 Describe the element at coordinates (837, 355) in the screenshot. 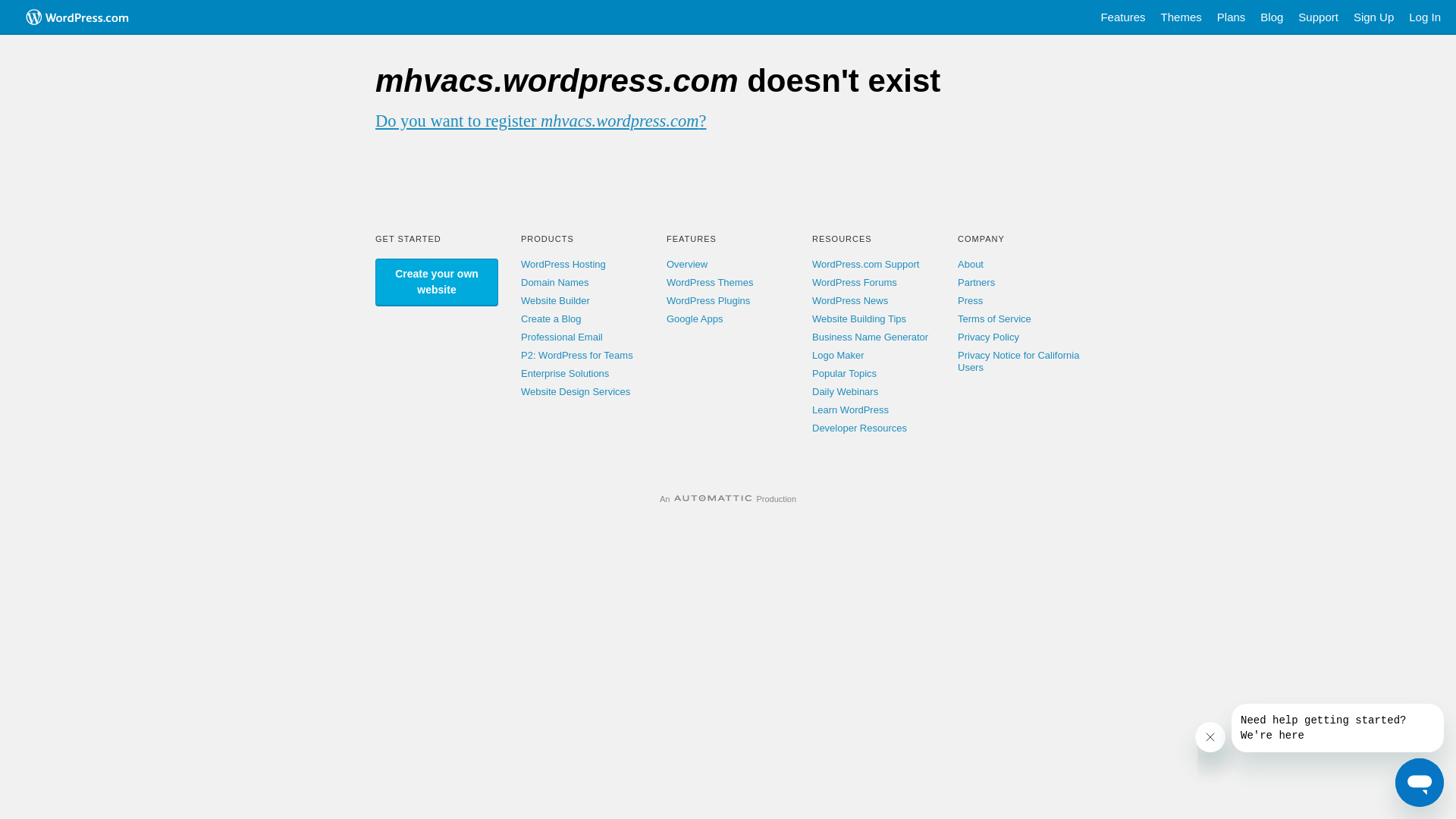

I see `'Logo Maker'` at that location.